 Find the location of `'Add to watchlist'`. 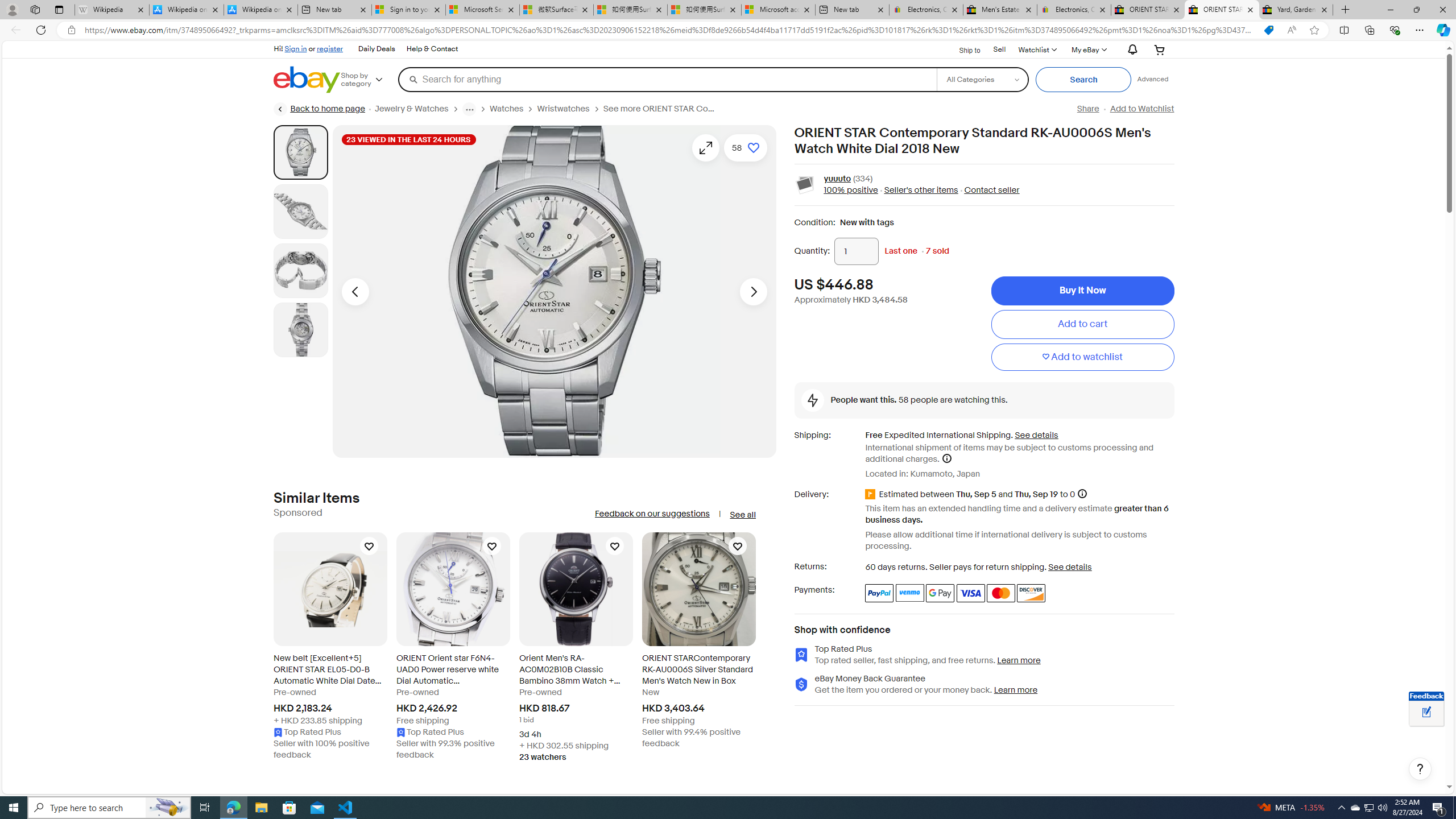

'Add to watchlist' is located at coordinates (1082, 357).